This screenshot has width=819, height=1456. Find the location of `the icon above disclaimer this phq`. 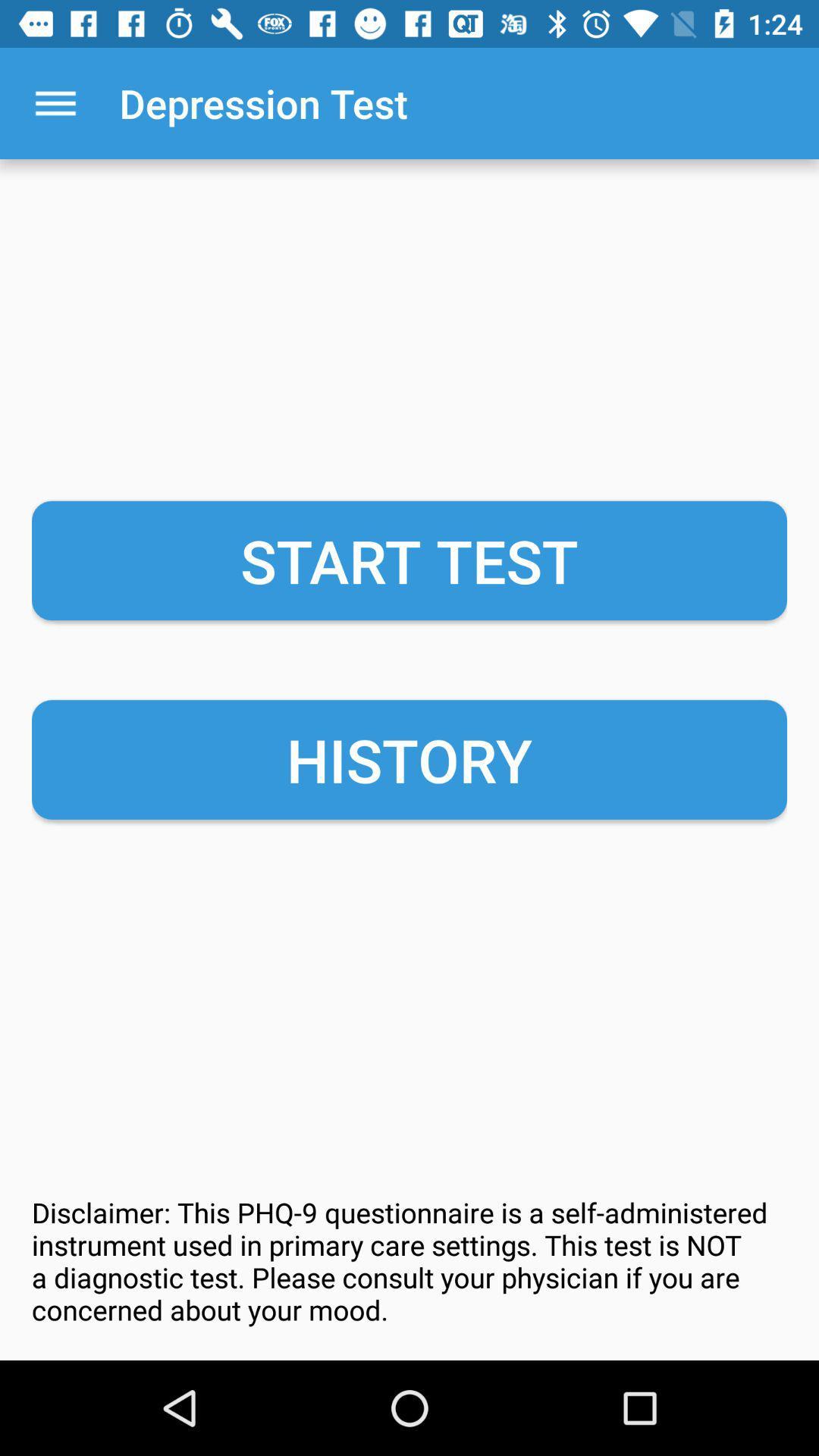

the icon above disclaimer this phq is located at coordinates (409, 760).